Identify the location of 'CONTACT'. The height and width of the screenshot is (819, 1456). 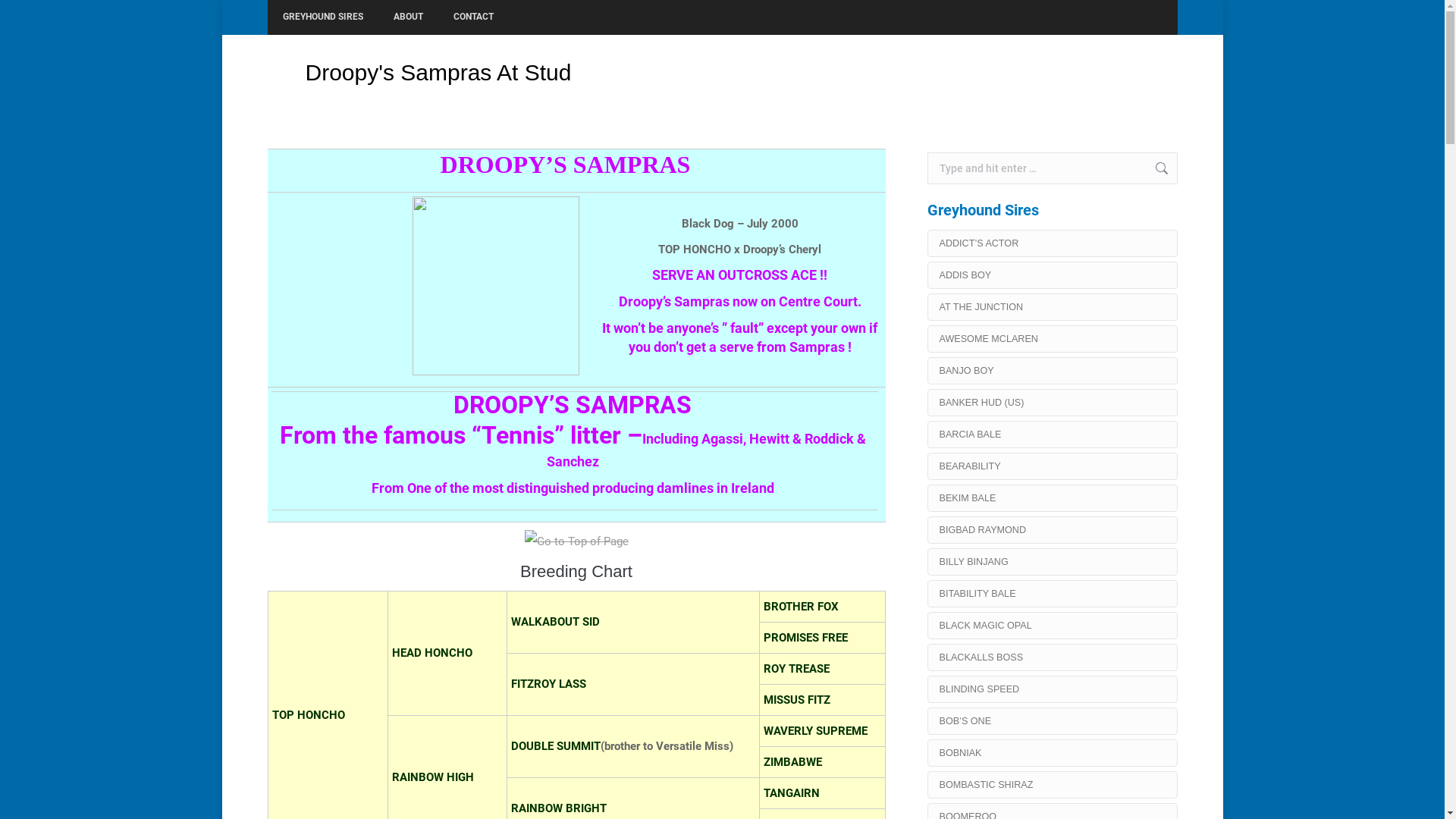
(472, 17).